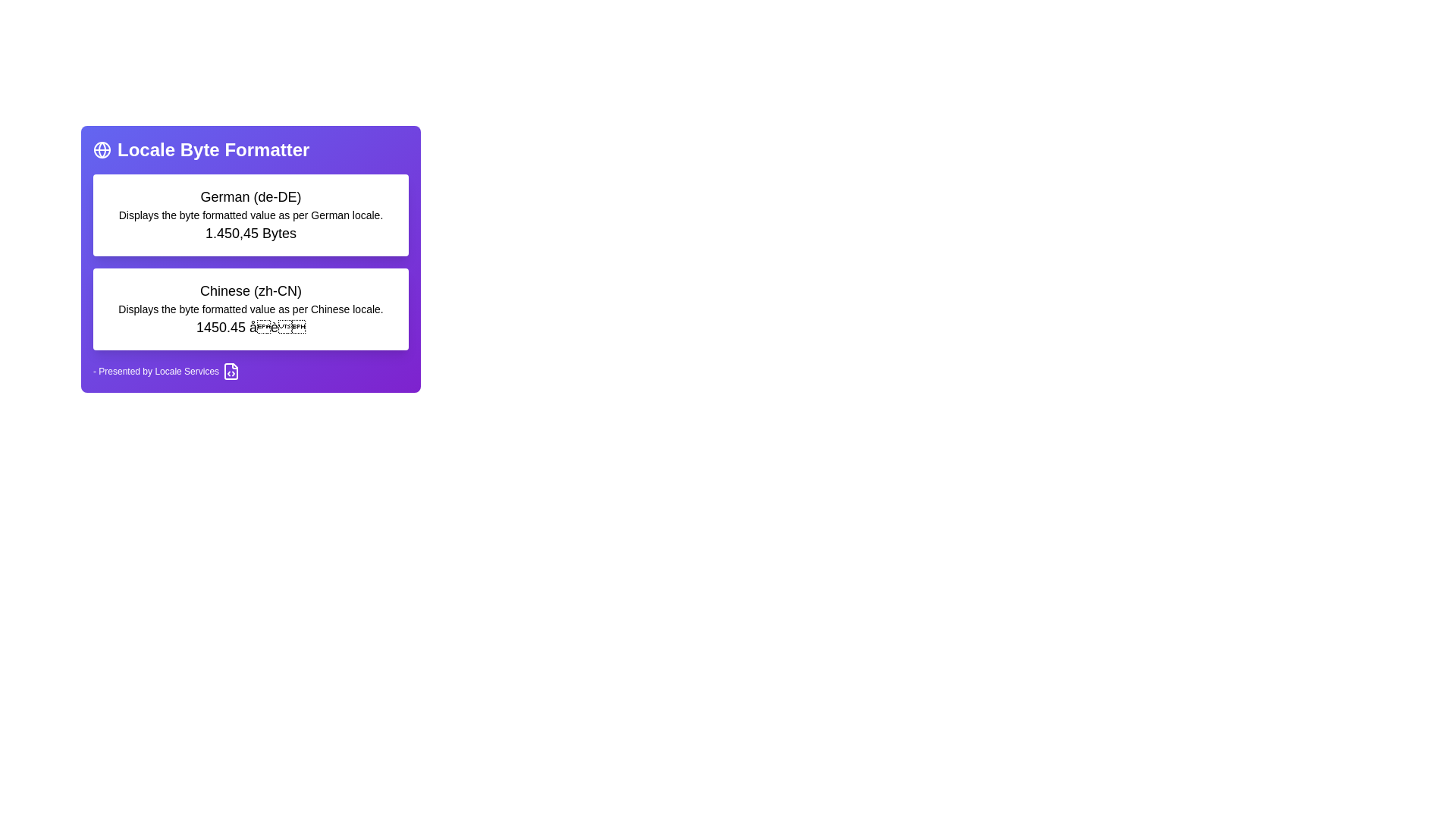  I want to click on the icon representing code or scripting functionality, located to the far right next to the text node '- Presented by Locale Services', within a purple-styled card, so click(231, 371).